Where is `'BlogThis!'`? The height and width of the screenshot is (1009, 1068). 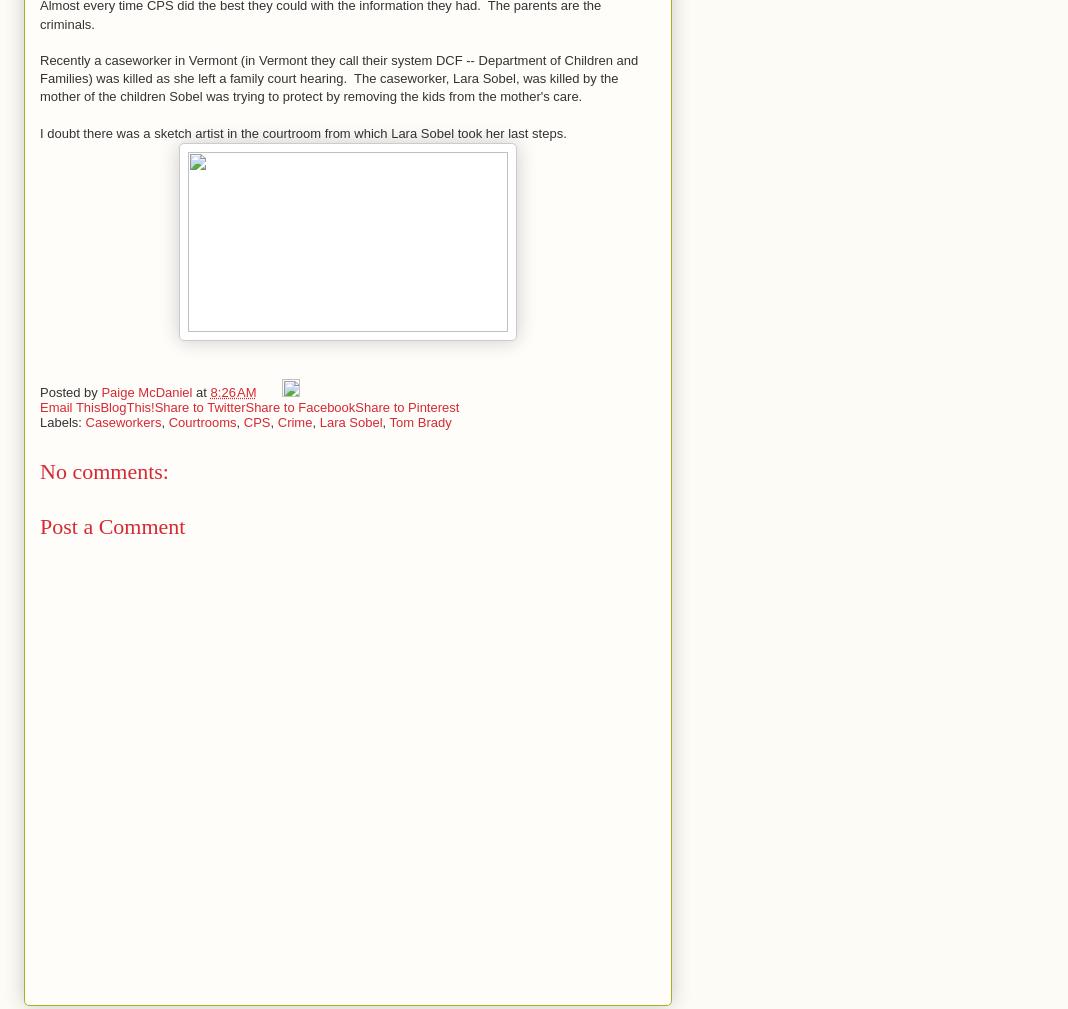 'BlogThis!' is located at coordinates (125, 405).